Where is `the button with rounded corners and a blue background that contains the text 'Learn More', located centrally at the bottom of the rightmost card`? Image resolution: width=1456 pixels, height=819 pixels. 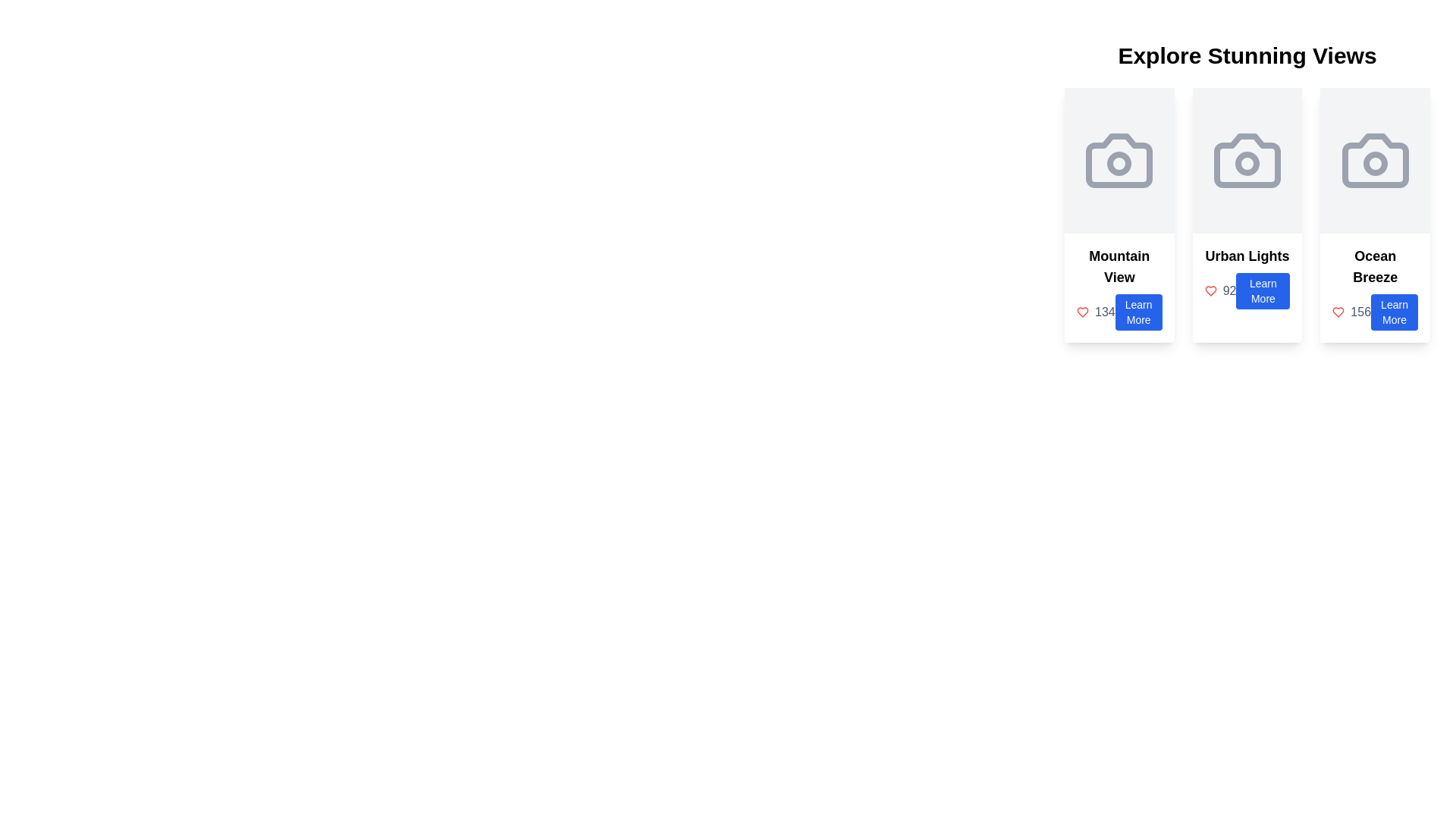 the button with rounded corners and a blue background that contains the text 'Learn More', located centrally at the bottom of the rightmost card is located at coordinates (1394, 312).